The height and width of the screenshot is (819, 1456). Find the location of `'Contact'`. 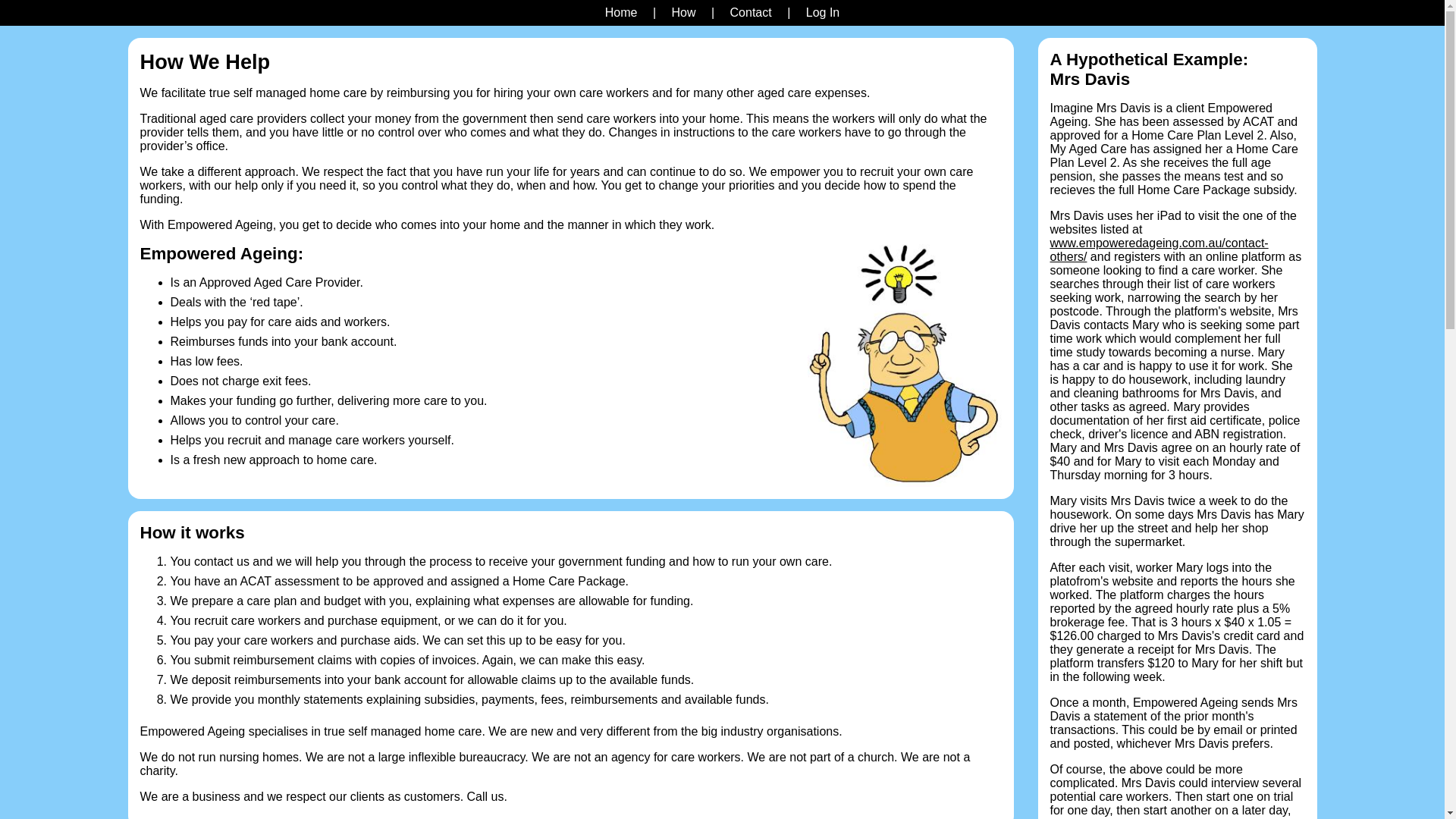

'Contact' is located at coordinates (751, 12).